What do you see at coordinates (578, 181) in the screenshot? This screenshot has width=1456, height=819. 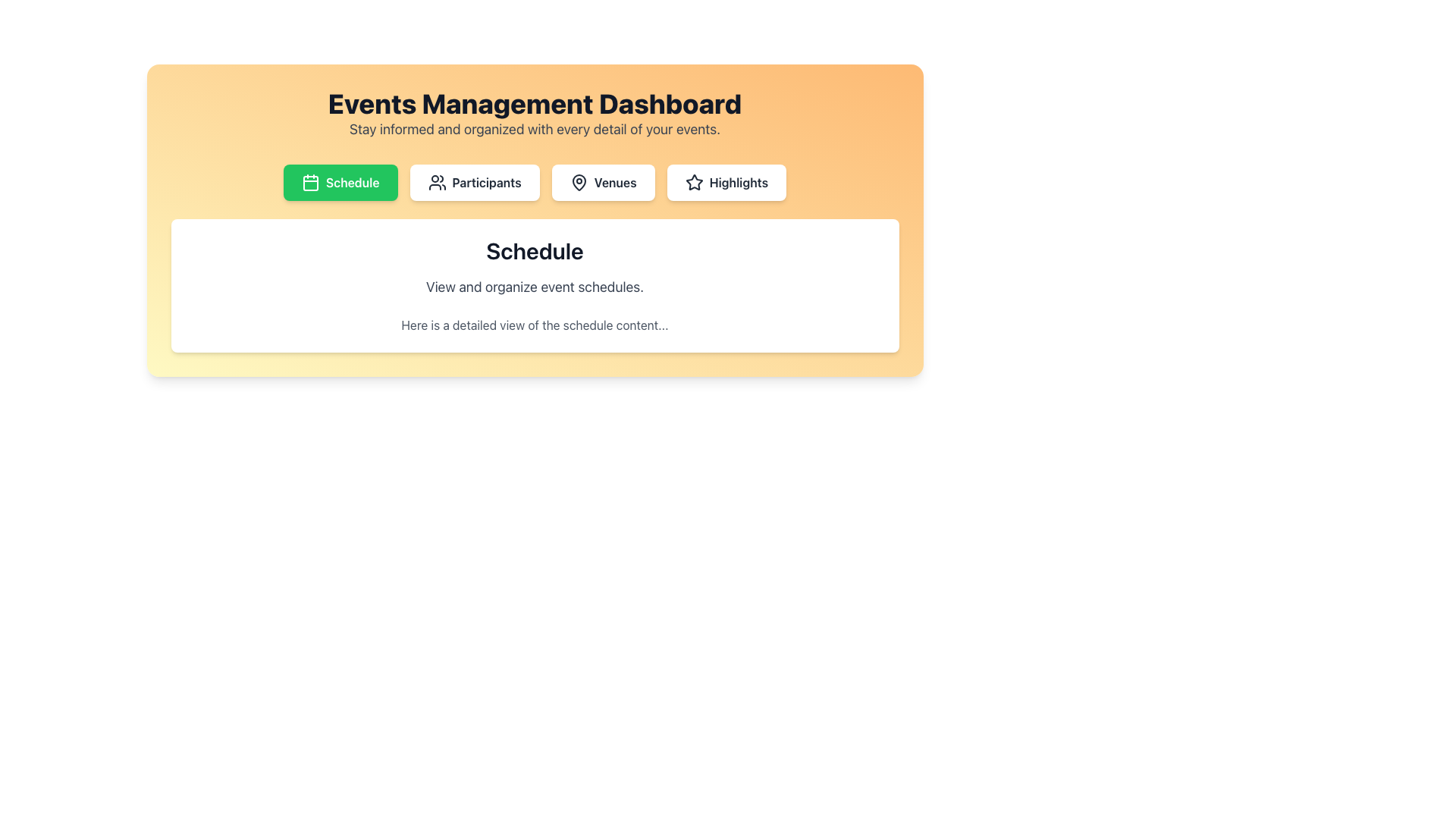 I see `the stylized location pin icon located within the 'Venues' button, positioned to the left of the text 'Venues'` at bounding box center [578, 181].